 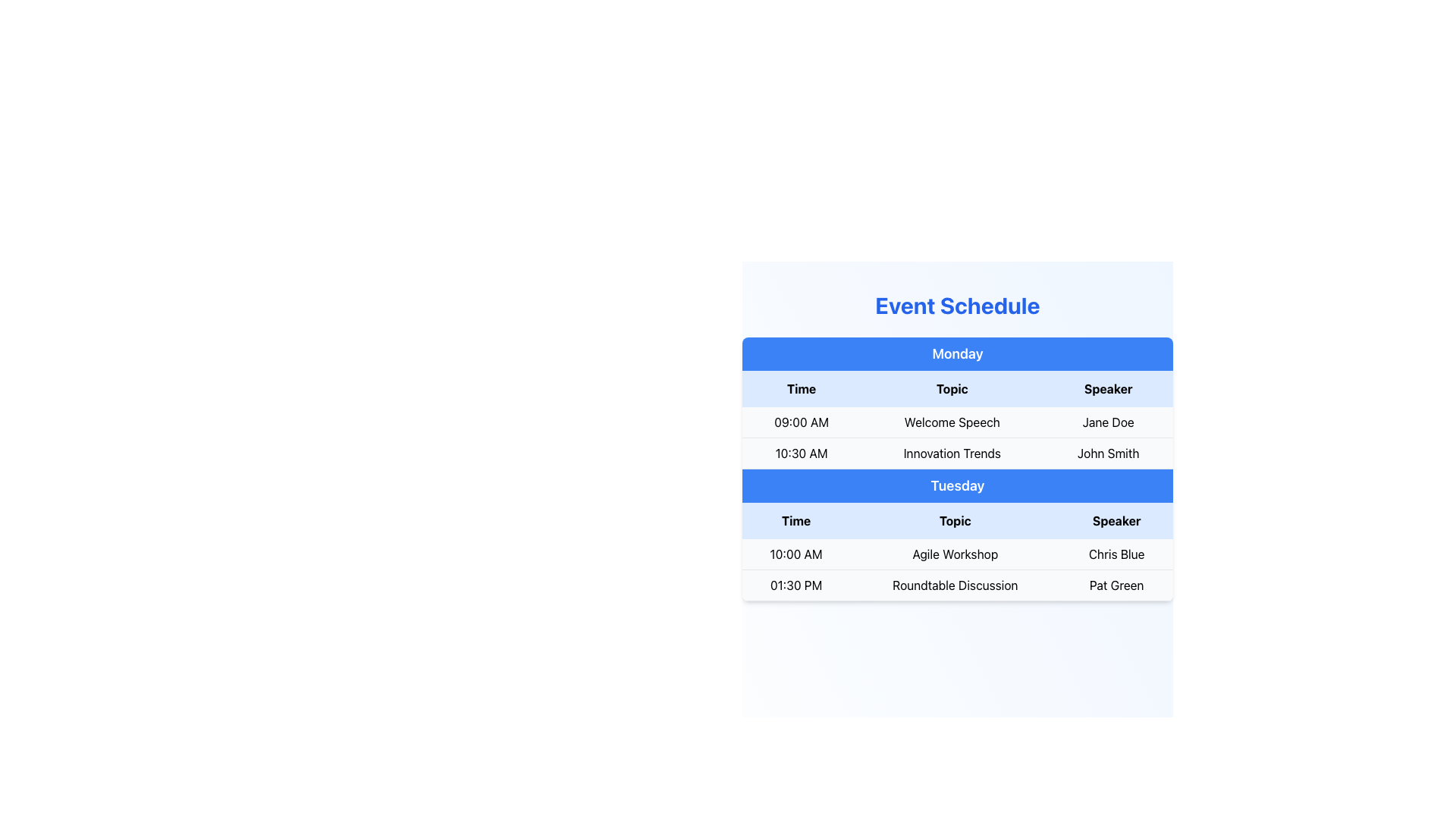 What do you see at coordinates (956, 353) in the screenshot?
I see `the header element for the Monday schedule section` at bounding box center [956, 353].